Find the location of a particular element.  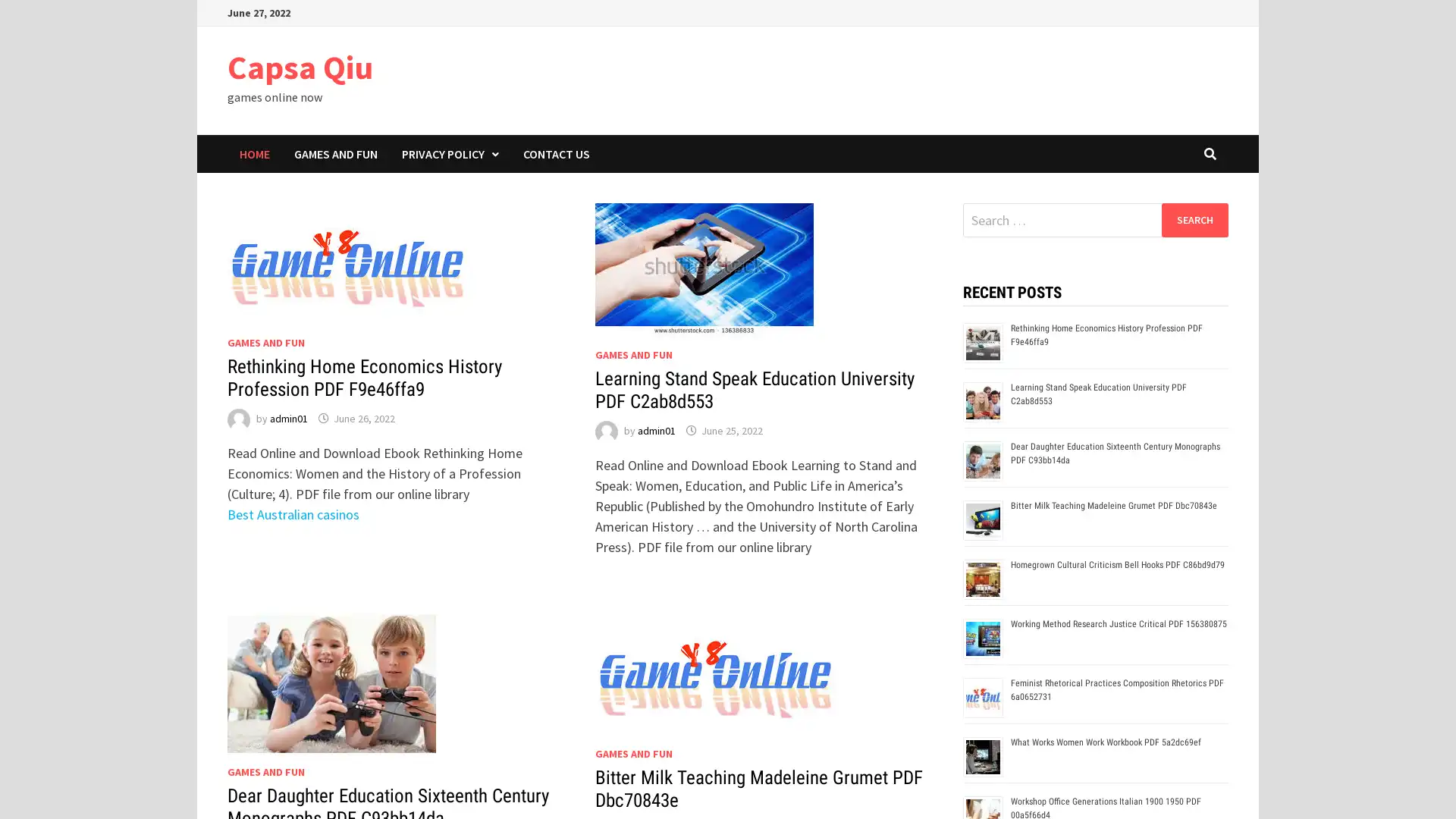

Search is located at coordinates (1194, 219).